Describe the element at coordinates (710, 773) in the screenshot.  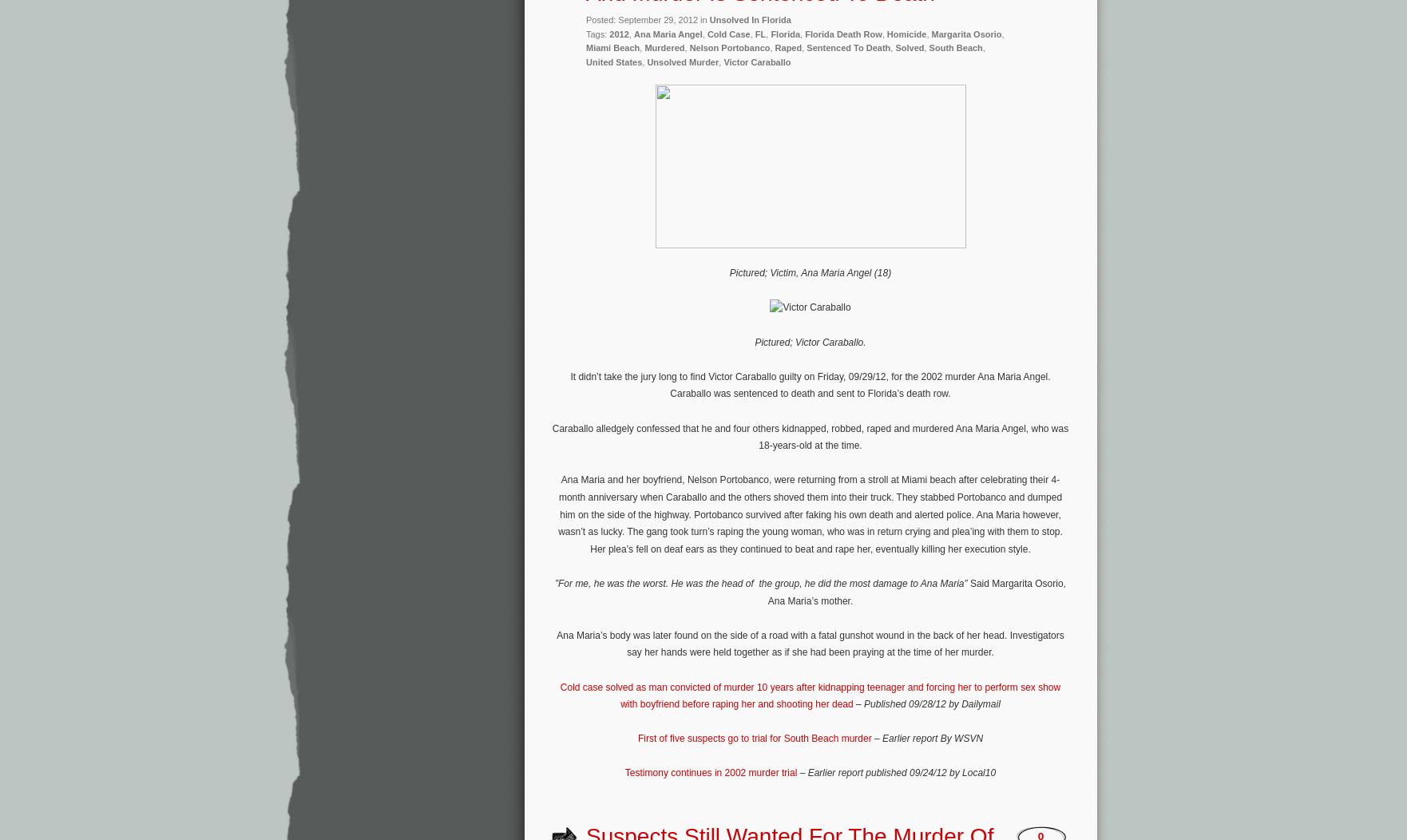
I see `'Testimony continues in 2002 murder trial'` at that location.